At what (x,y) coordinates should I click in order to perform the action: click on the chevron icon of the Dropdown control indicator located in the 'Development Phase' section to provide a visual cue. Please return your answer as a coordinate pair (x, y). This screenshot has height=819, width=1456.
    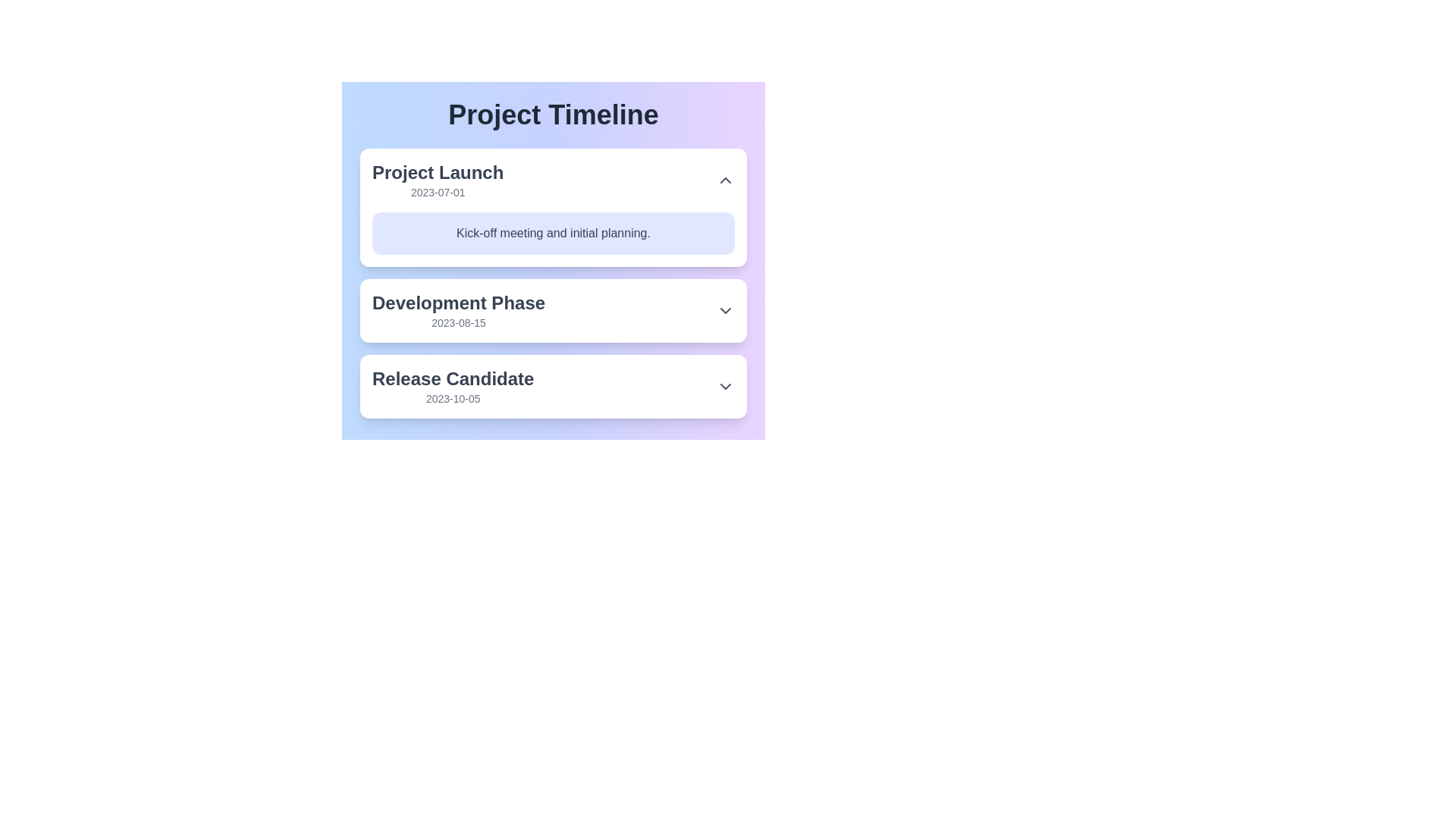
    Looking at the image, I should click on (724, 309).